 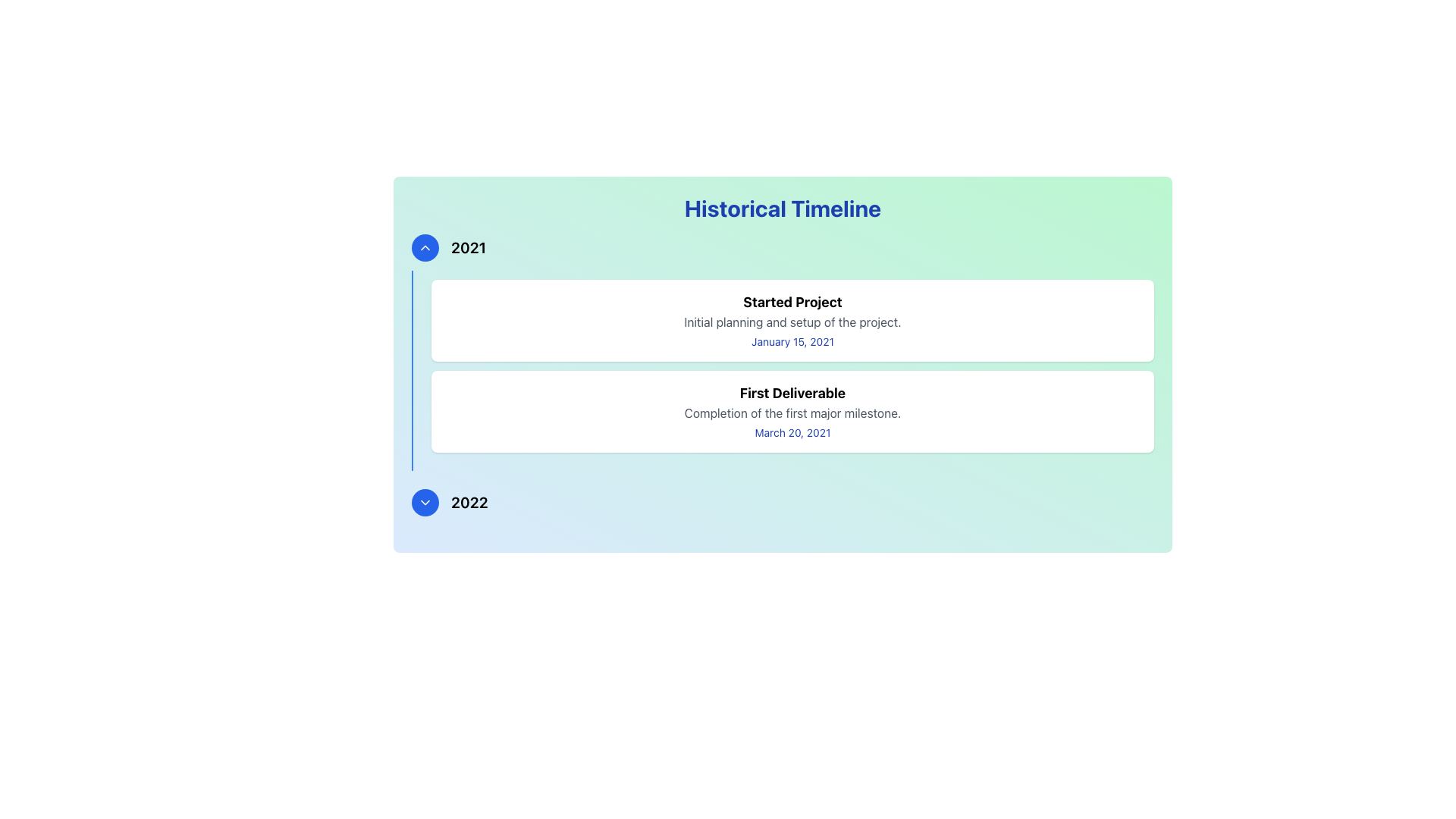 What do you see at coordinates (792, 413) in the screenshot?
I see `detailed information provided in the Text Block that elaborates on the milestone 'First Deliverable', which is located beneath the heading and above the date 'March 20, 2021'` at bounding box center [792, 413].